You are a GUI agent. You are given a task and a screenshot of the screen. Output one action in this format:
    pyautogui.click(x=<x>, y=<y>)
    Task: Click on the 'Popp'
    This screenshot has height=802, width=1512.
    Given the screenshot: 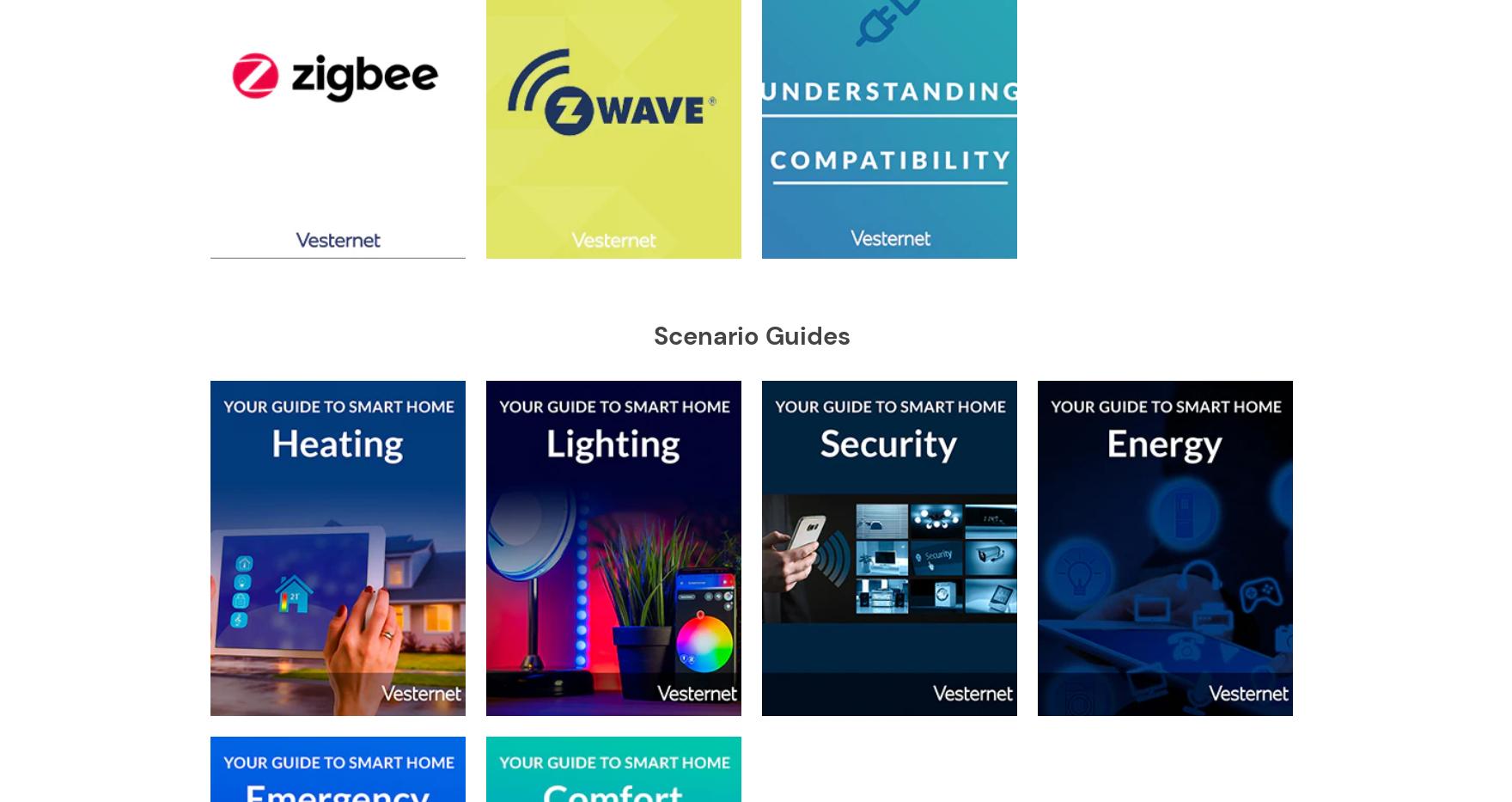 What is the action you would take?
    pyautogui.click(x=667, y=361)
    